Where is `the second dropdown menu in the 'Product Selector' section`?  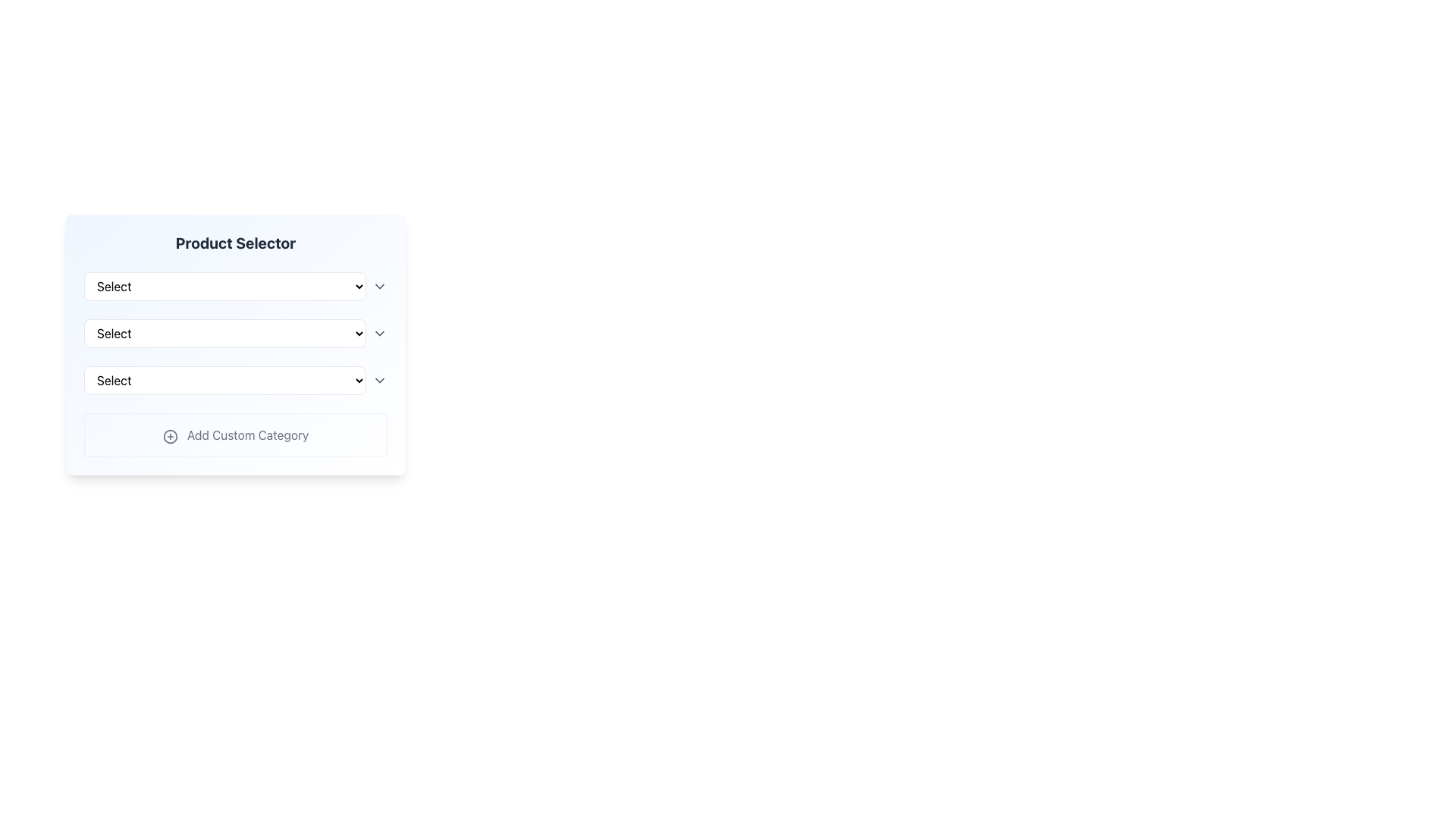 the second dropdown menu in the 'Product Selector' section is located at coordinates (235, 345).